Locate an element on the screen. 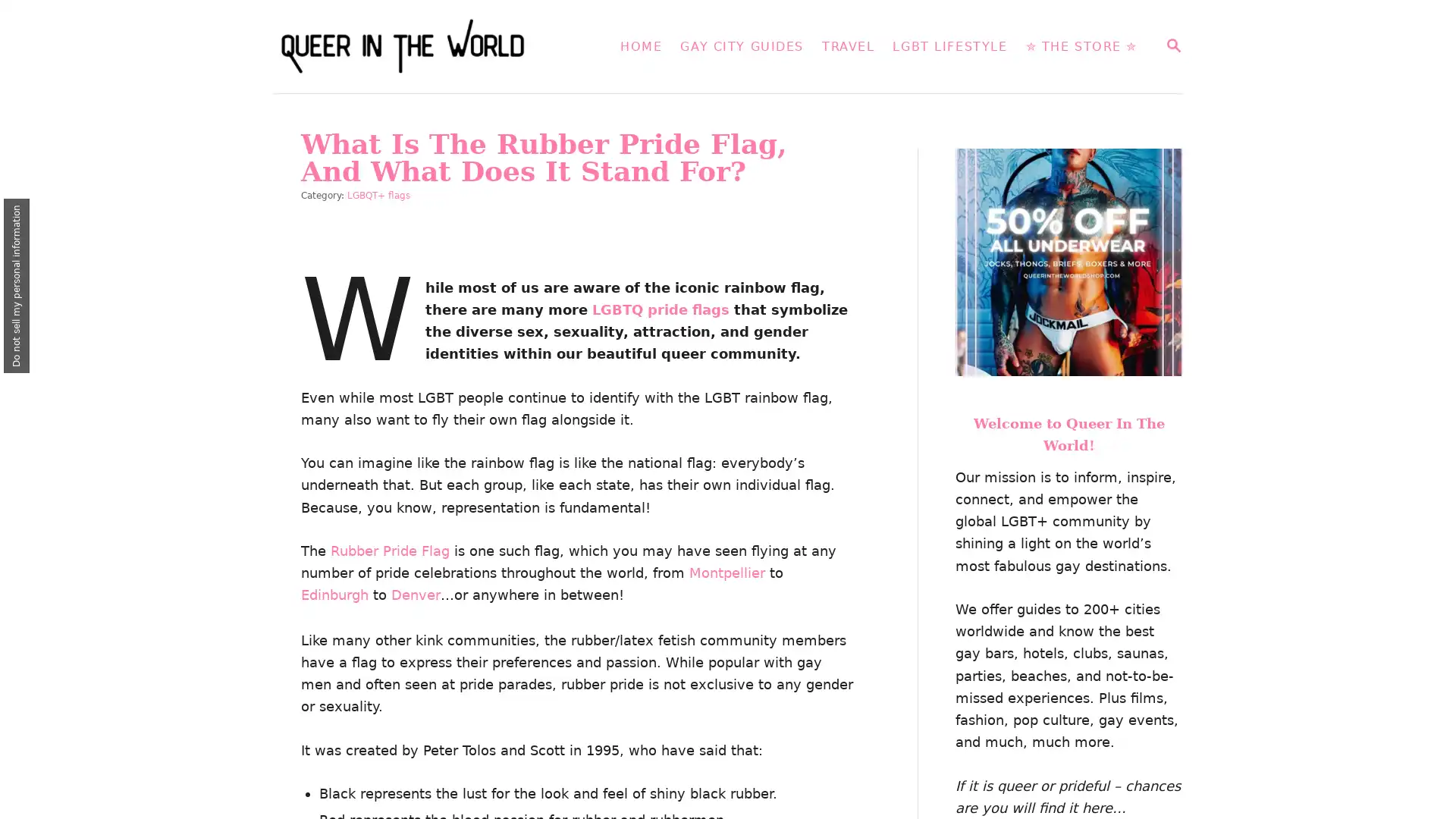 The height and width of the screenshot is (819, 1456). Do not sell my personal information is located at coordinates (17, 286).